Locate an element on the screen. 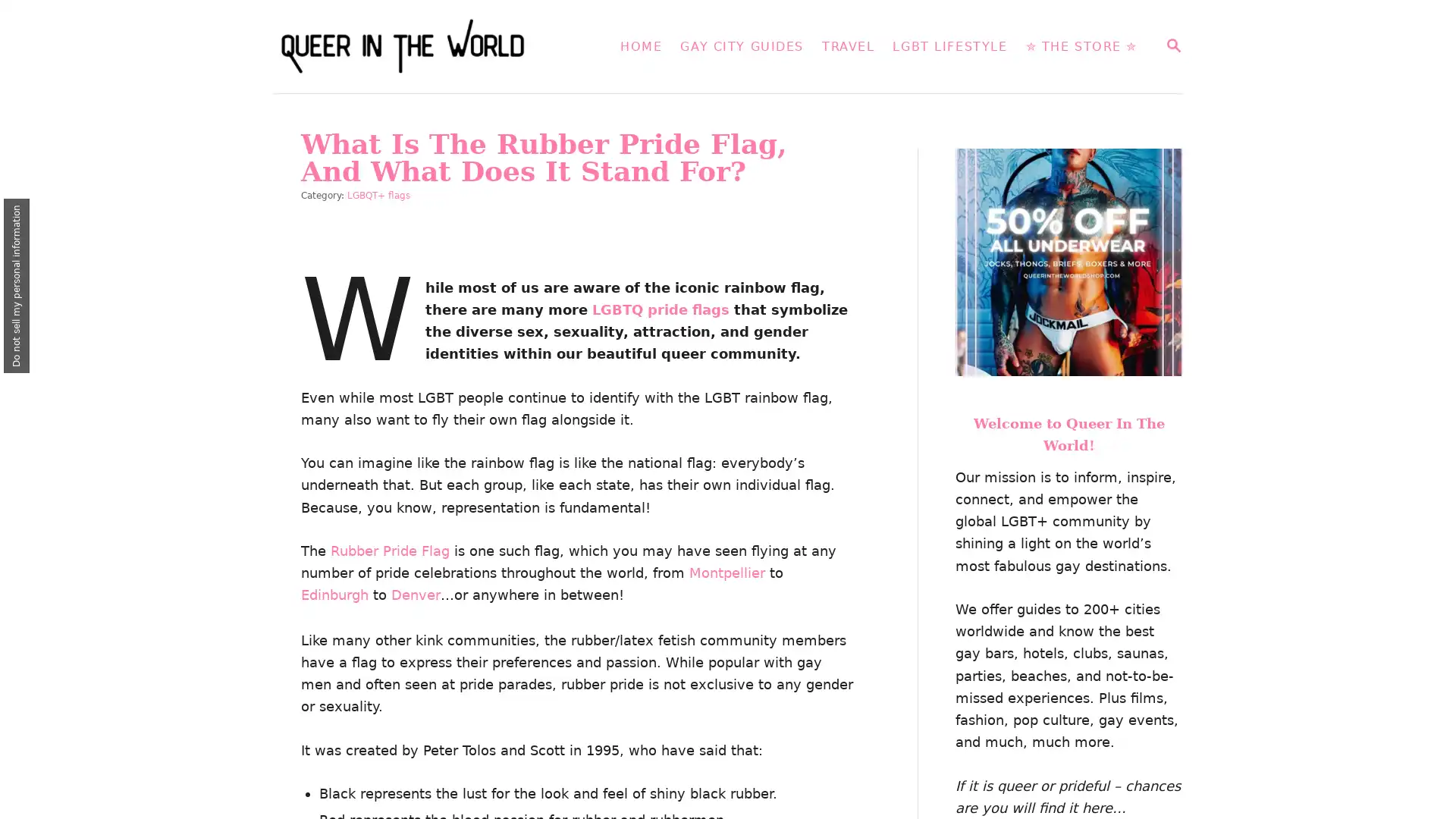 The height and width of the screenshot is (819, 1456). Do not sell my personal information is located at coordinates (17, 286).